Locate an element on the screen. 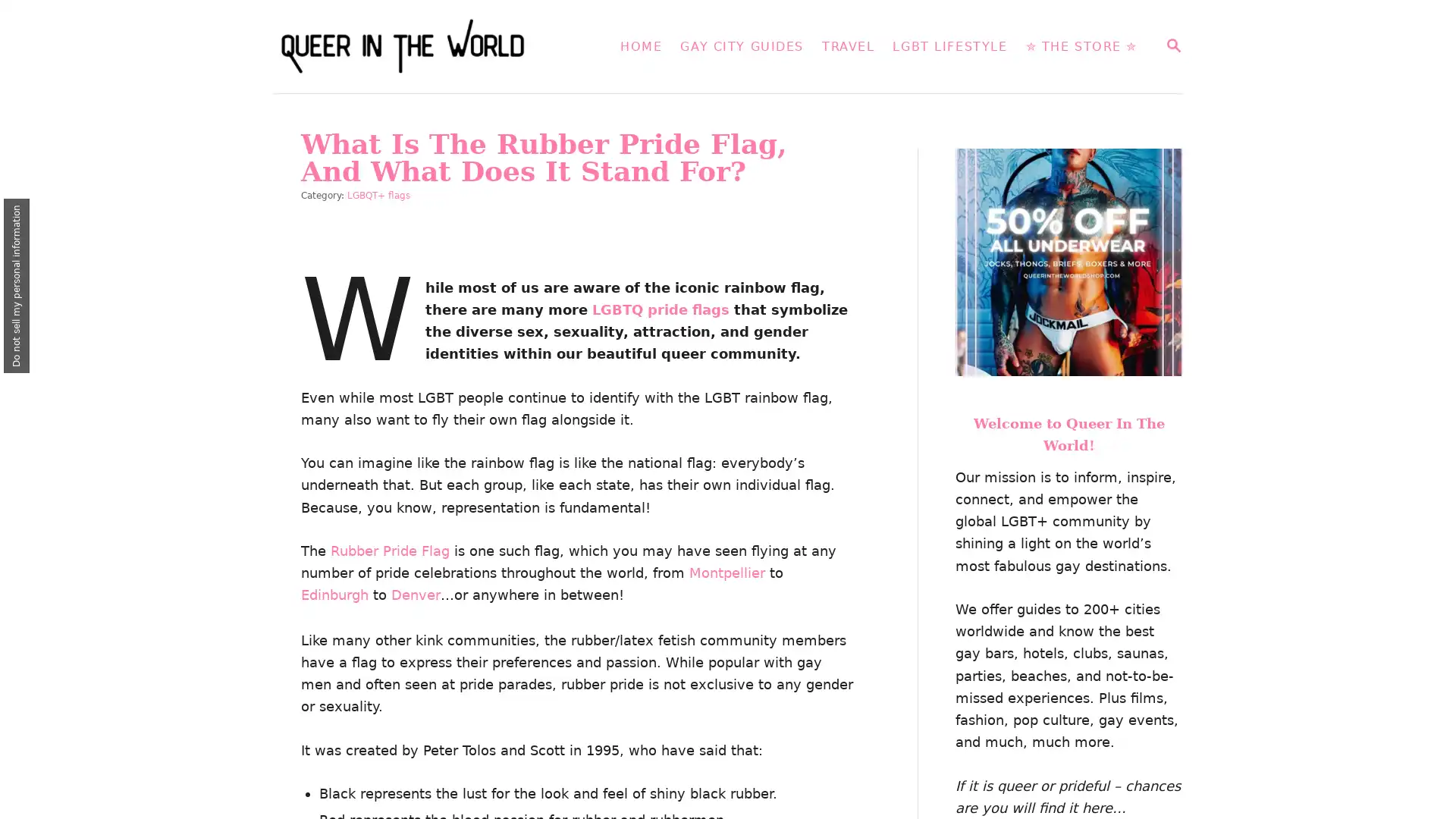 The height and width of the screenshot is (819, 1456). Do not sell my personal information is located at coordinates (17, 286).